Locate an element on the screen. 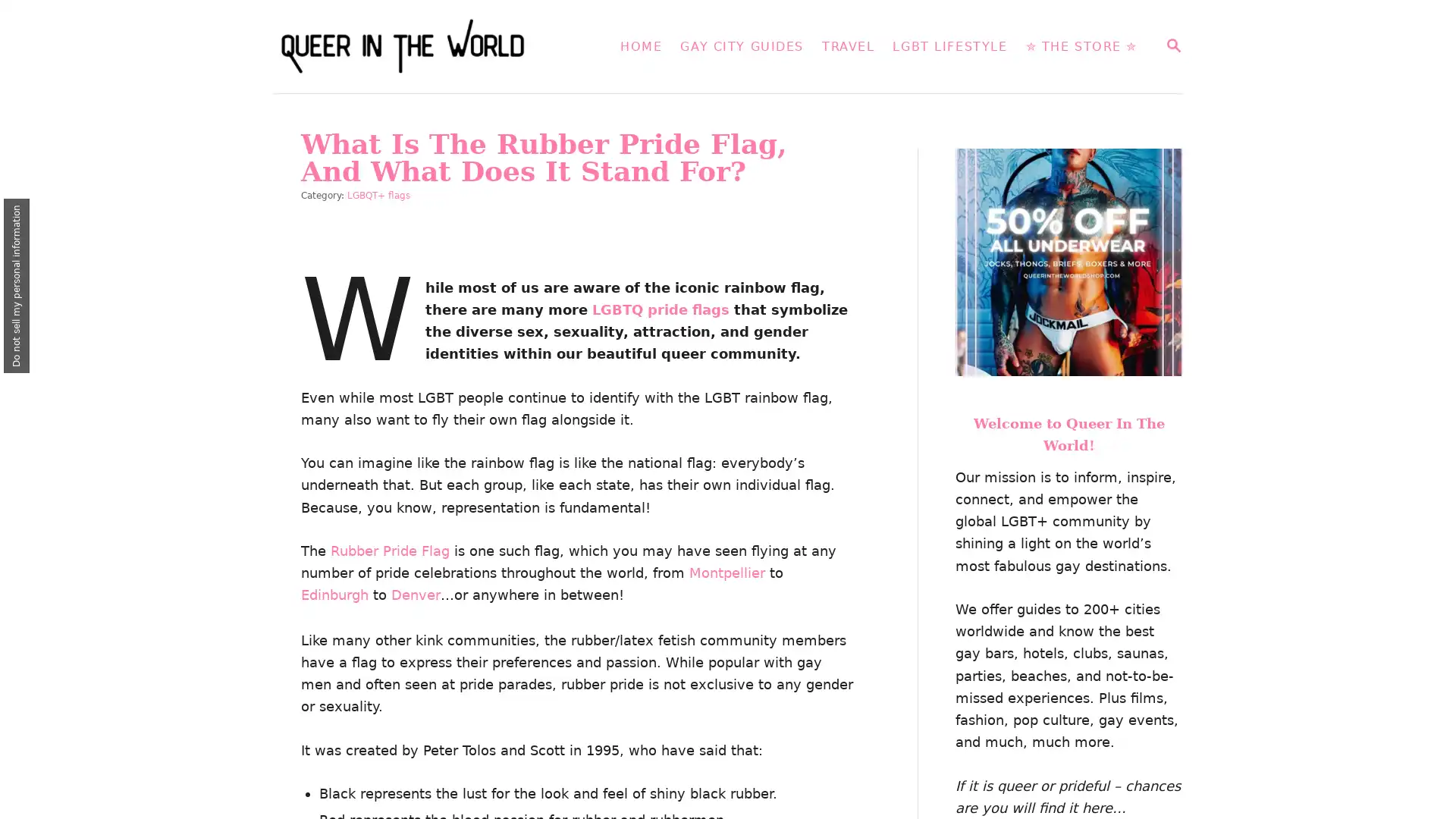 The height and width of the screenshot is (819, 1456). Do not sell my personal information is located at coordinates (17, 286).